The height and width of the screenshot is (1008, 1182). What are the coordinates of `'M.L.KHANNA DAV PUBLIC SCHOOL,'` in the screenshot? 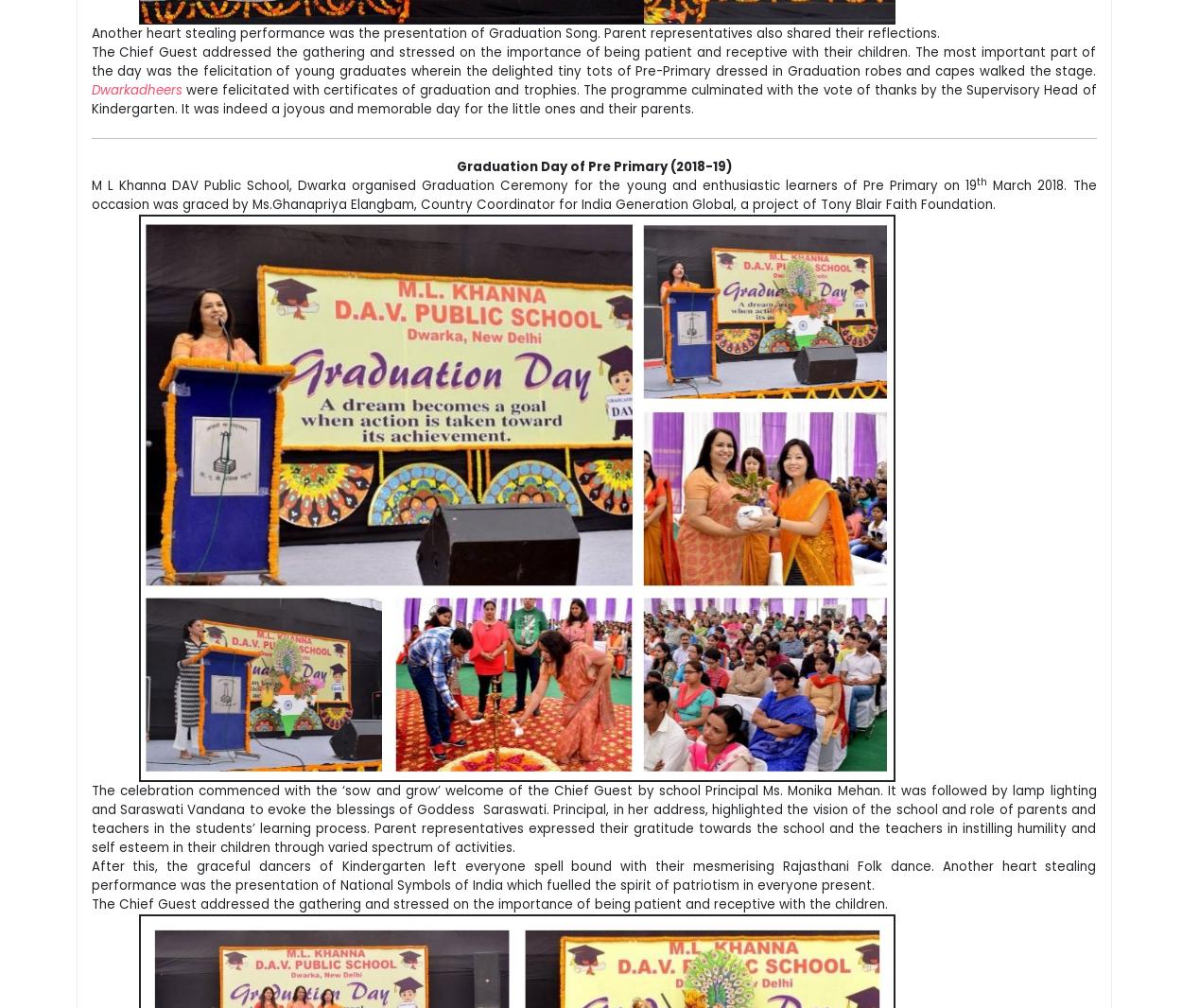 It's located at (186, 694).